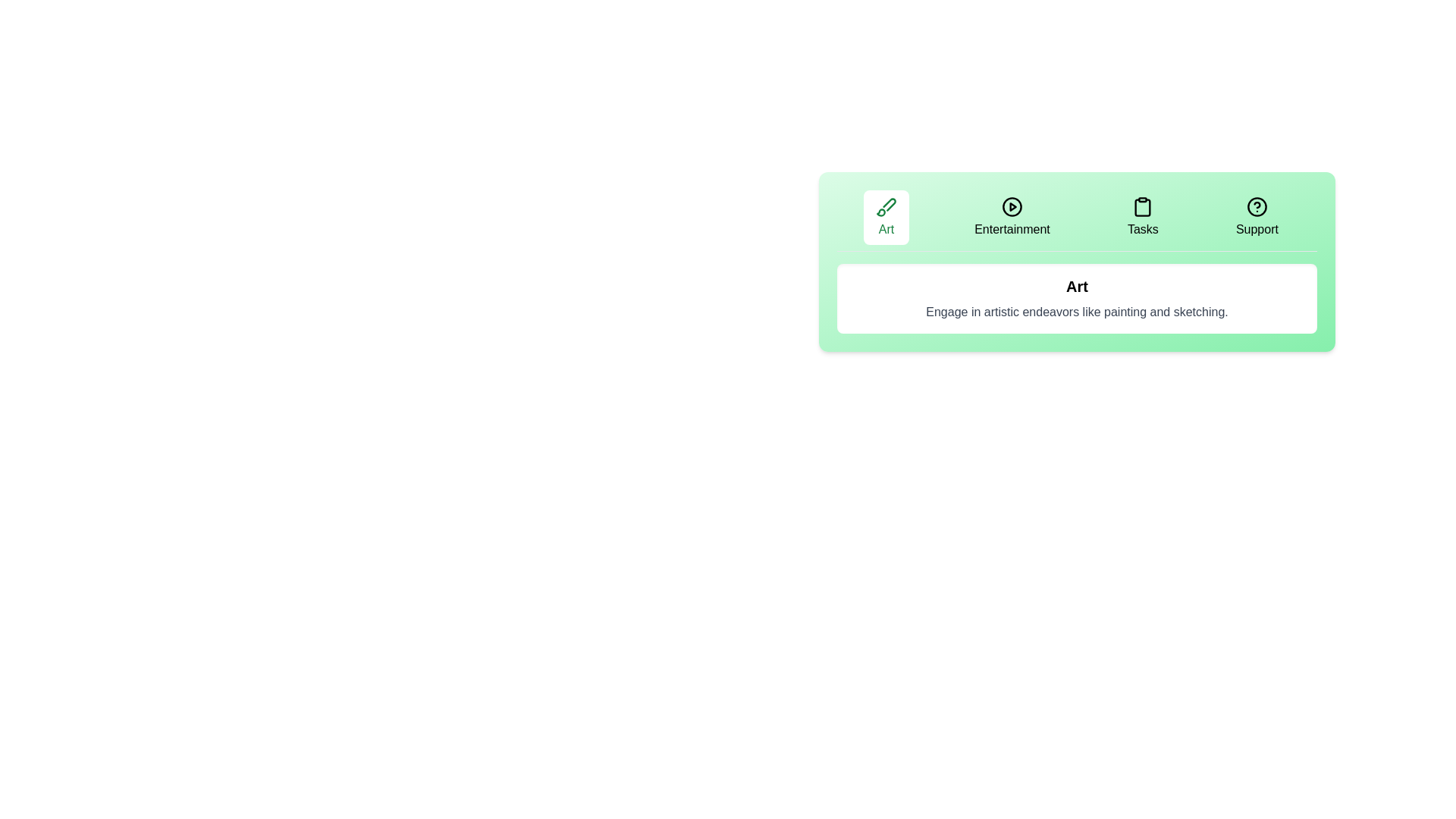  What do you see at coordinates (1257, 207) in the screenshot?
I see `the circular outline icon containing a question mark, which is located above the 'Support' text in the navigation bar` at bounding box center [1257, 207].